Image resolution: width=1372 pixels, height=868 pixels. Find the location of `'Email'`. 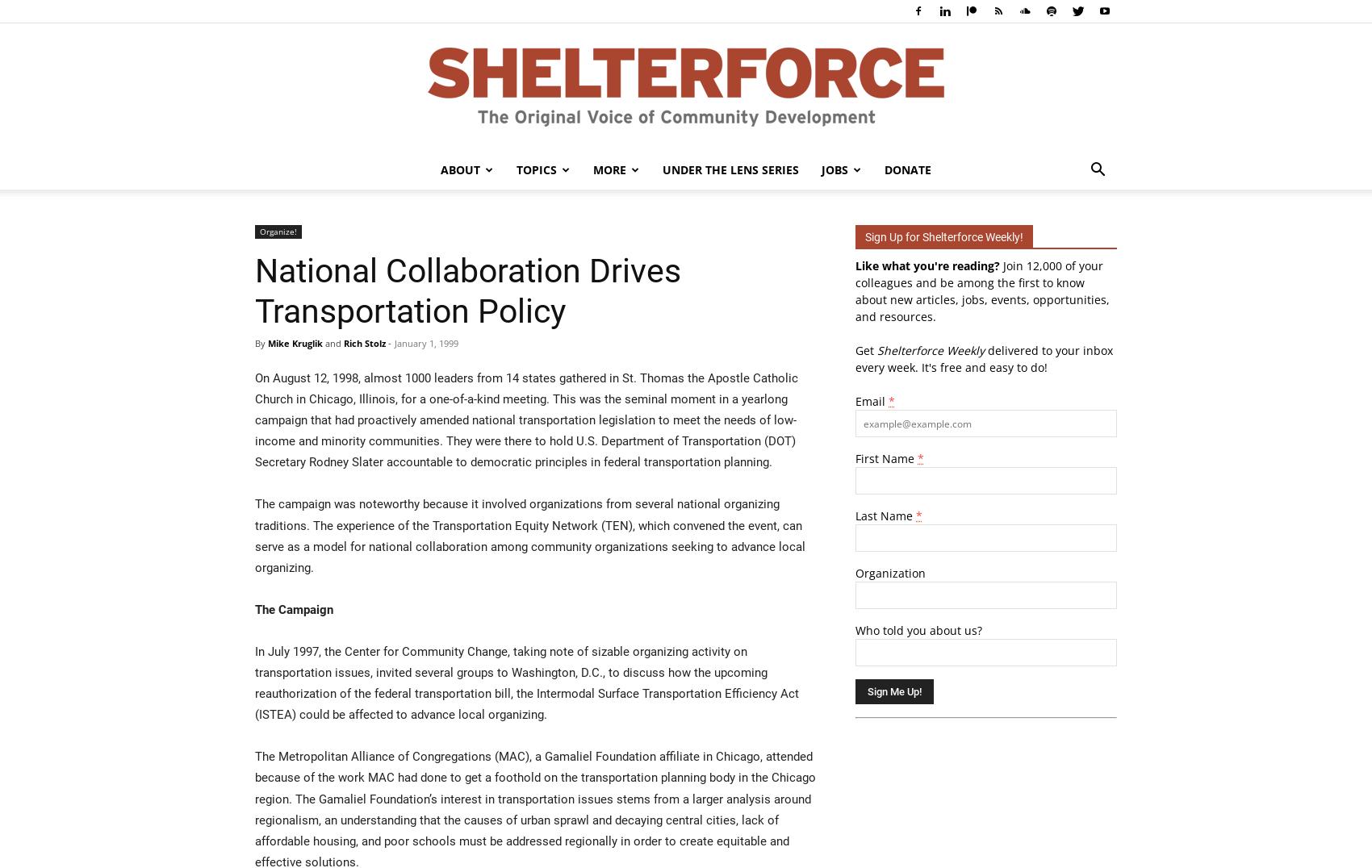

'Email' is located at coordinates (872, 401).